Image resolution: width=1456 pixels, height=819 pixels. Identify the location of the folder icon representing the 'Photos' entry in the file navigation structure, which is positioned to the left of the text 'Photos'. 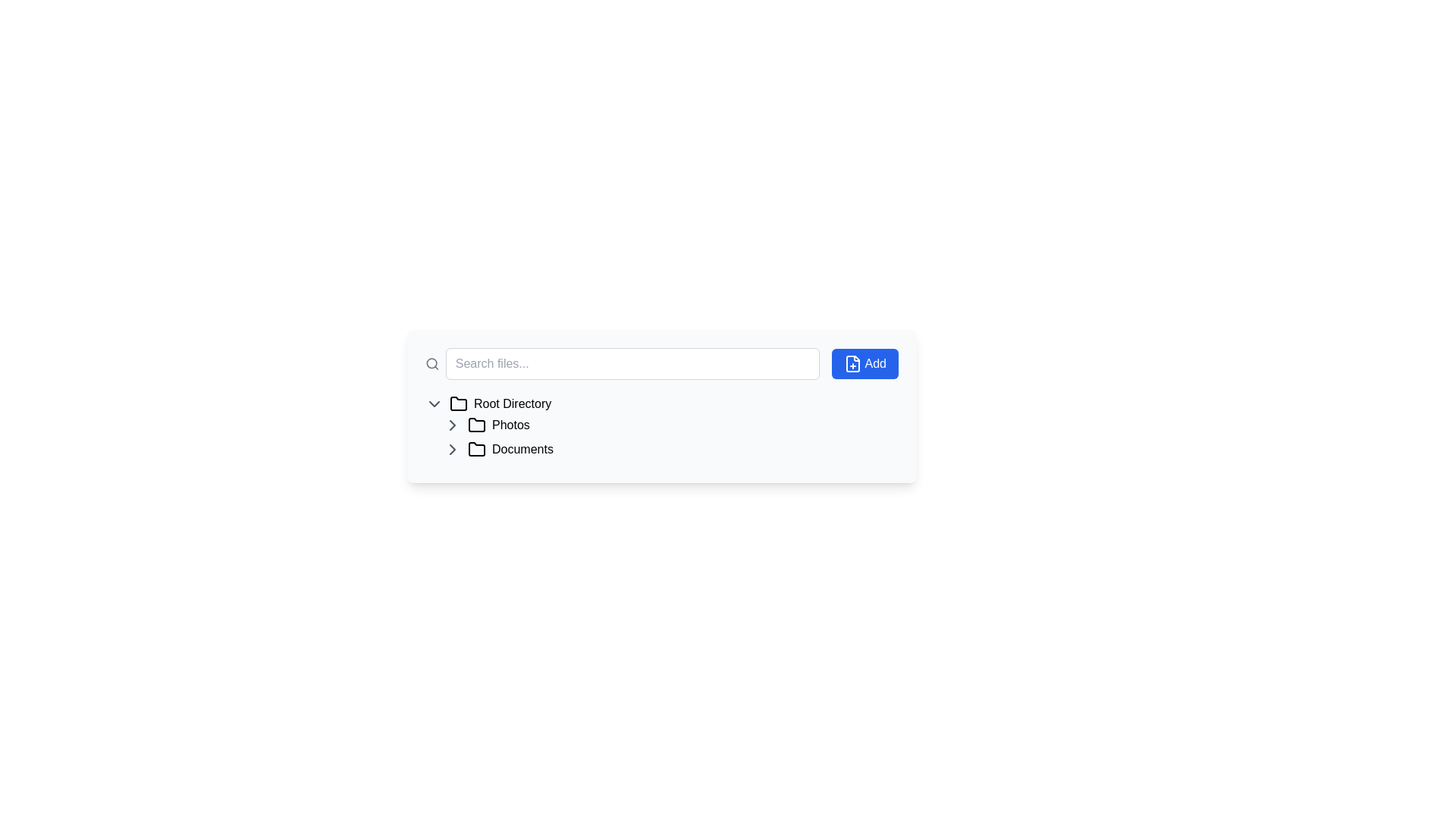
(475, 424).